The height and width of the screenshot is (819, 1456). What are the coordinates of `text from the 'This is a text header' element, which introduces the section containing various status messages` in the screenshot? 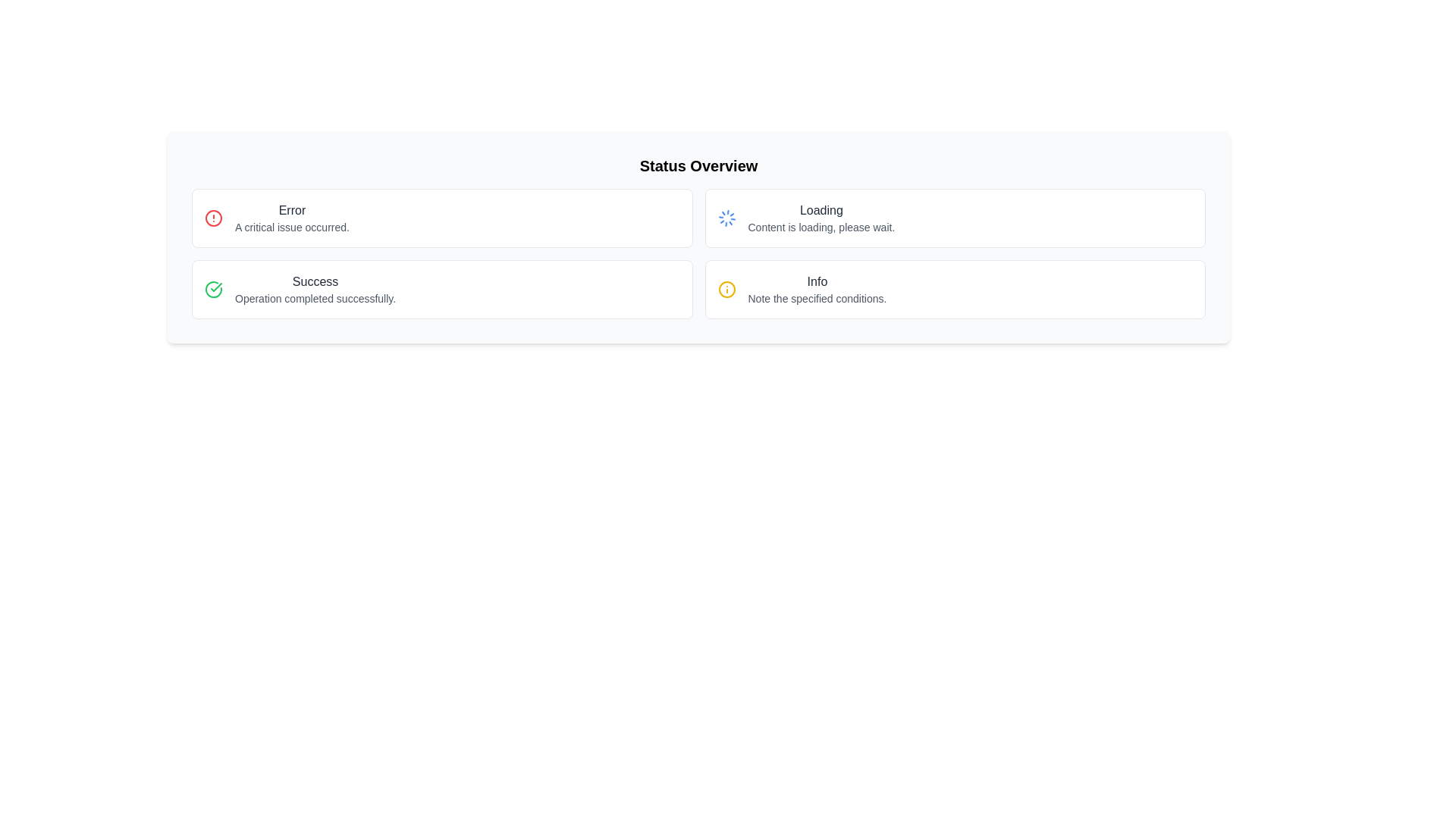 It's located at (698, 166).